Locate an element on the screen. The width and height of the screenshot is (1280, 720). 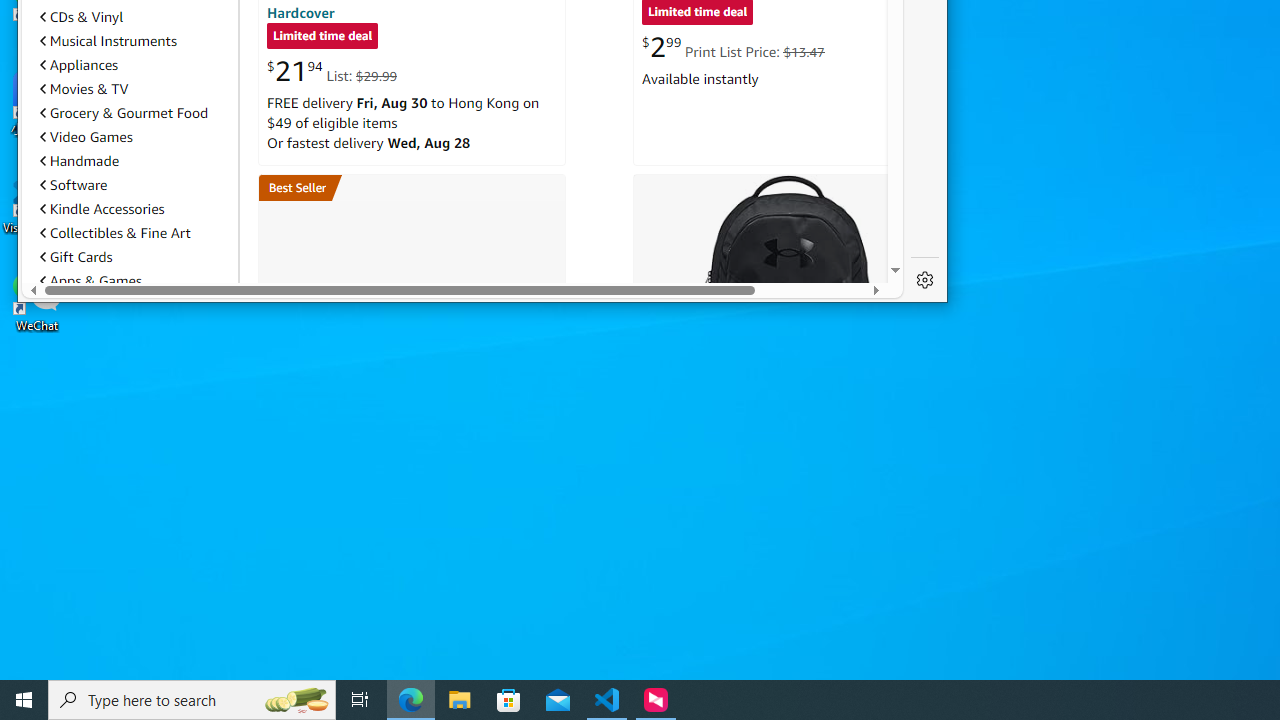
'Musical Instruments' is located at coordinates (107, 40).